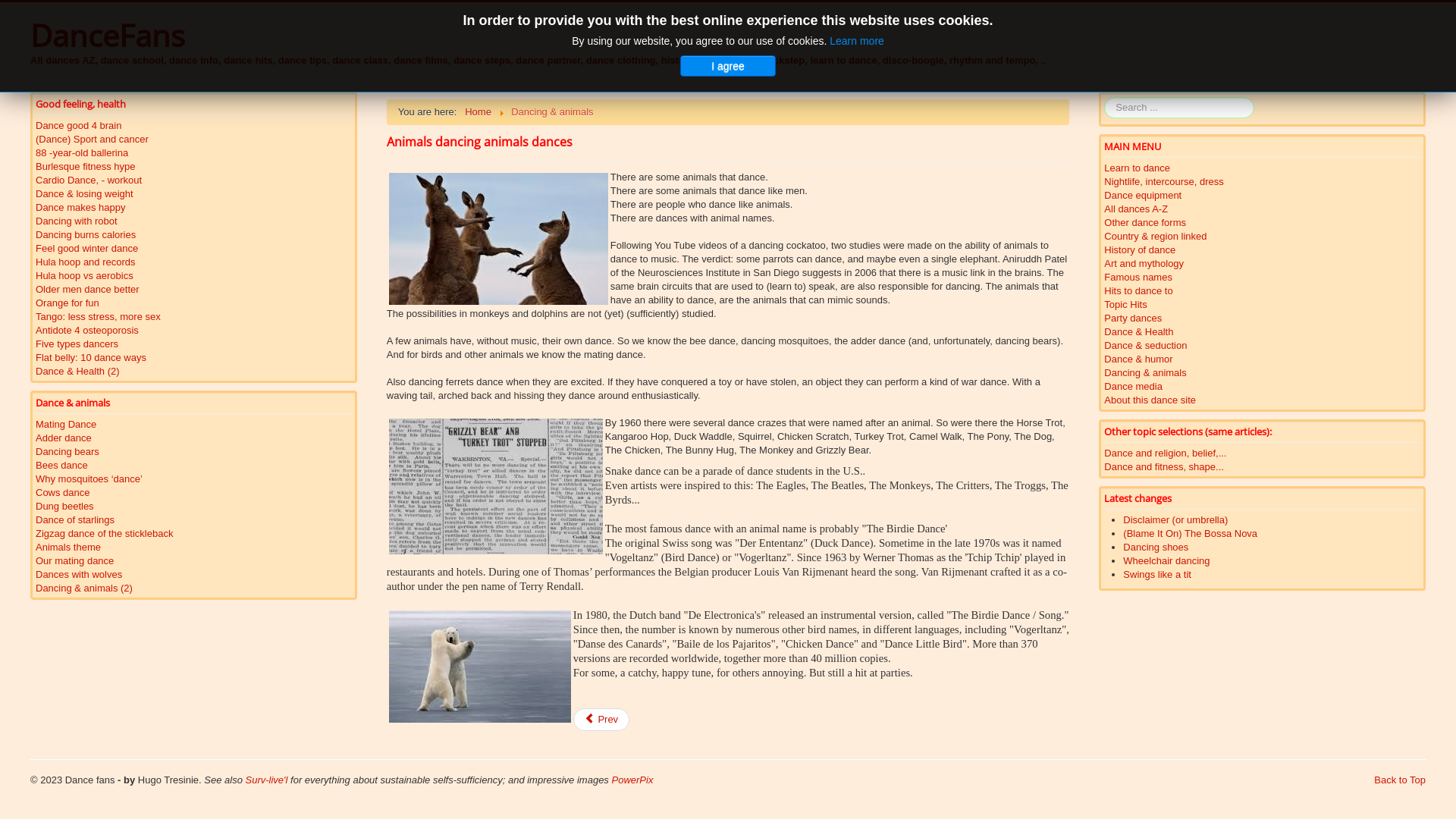  Describe the element at coordinates (1165, 560) in the screenshot. I see `'Wheelchair dancing'` at that location.